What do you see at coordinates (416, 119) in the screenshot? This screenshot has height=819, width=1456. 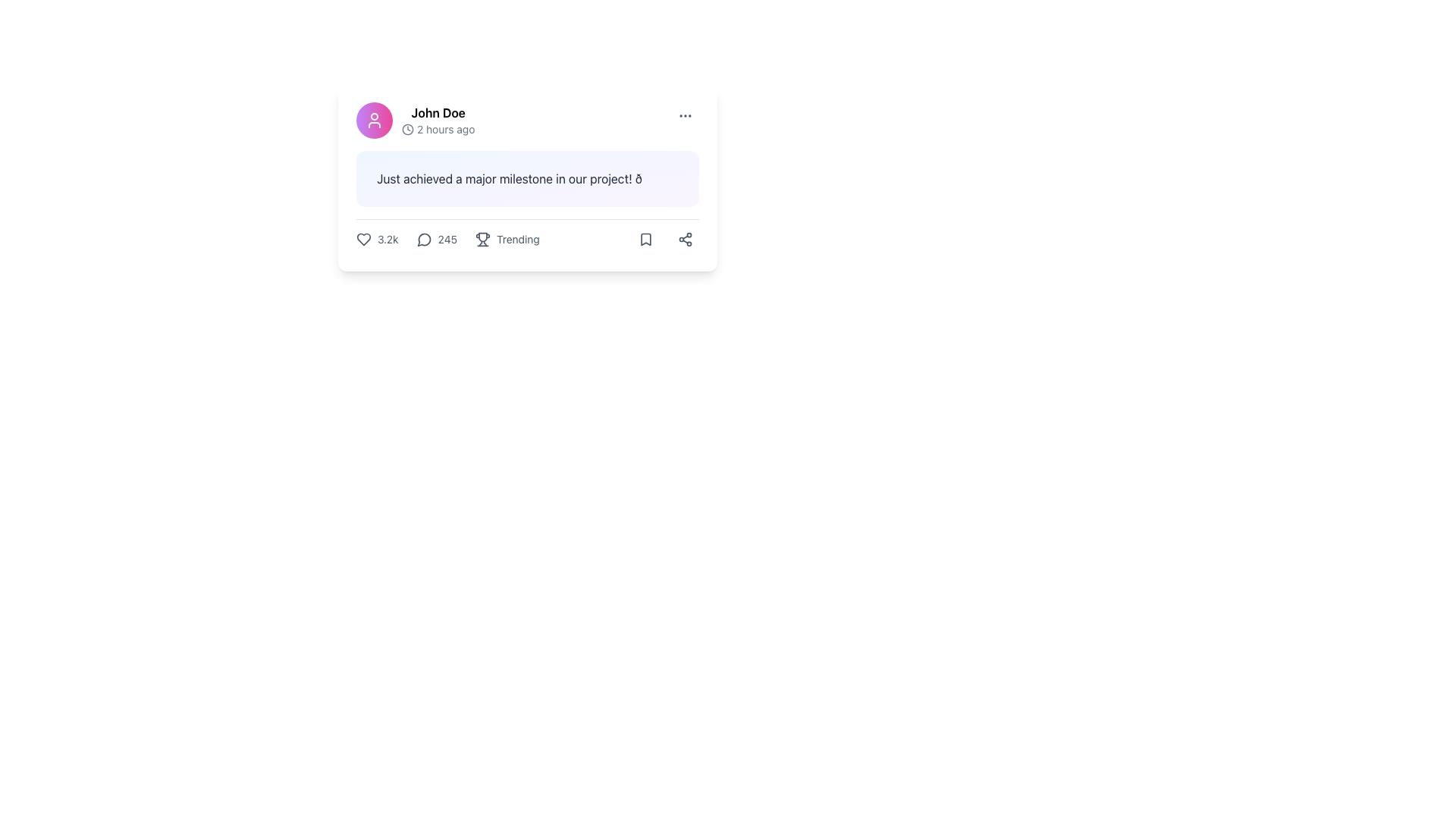 I see `the Profile banner containing the user's name 'John Doe' and the timestamp '2 hours ago'` at bounding box center [416, 119].